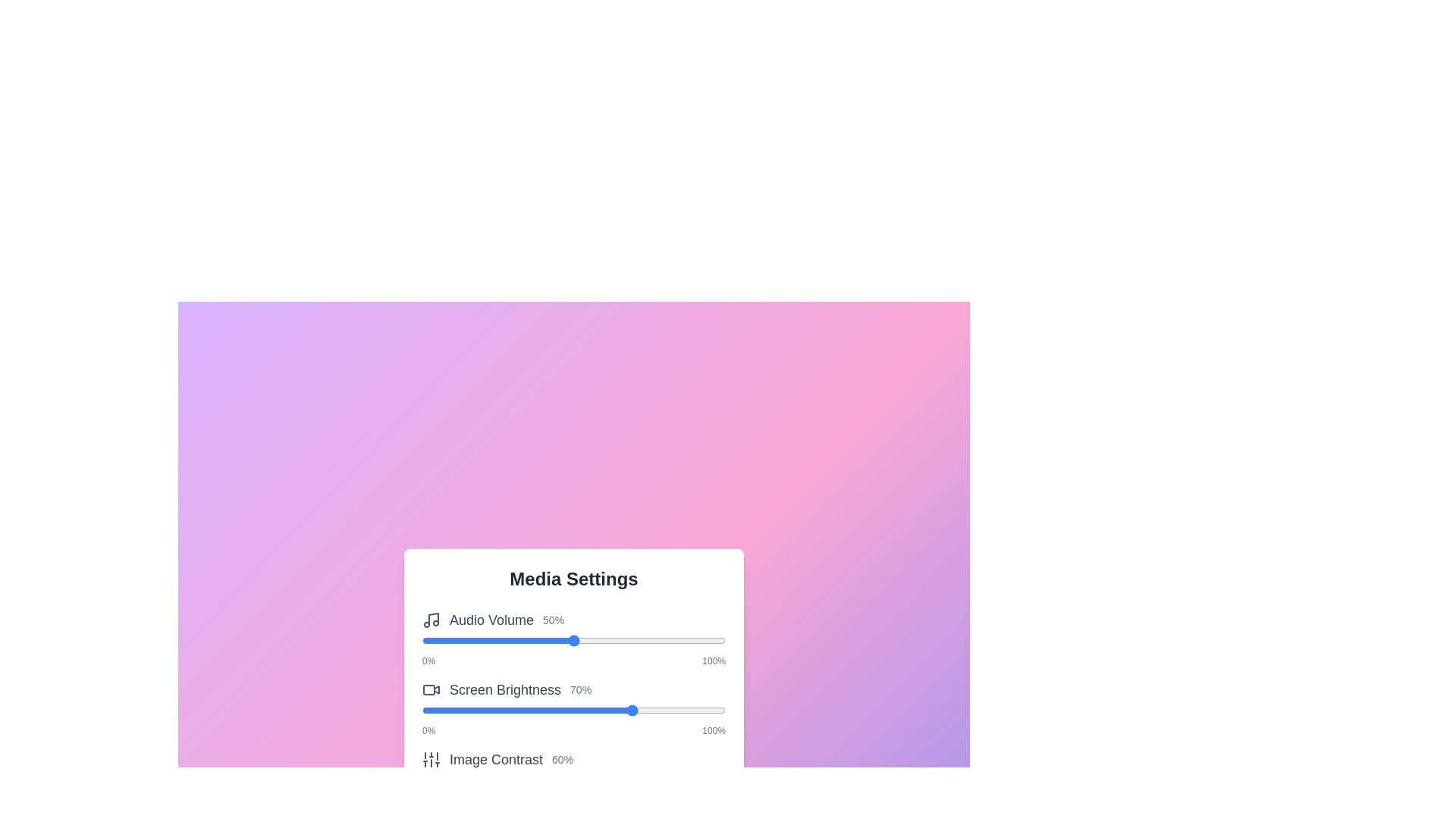 This screenshot has height=819, width=1456. I want to click on the slider to 80% to observe the visual feedback, so click(665, 640).